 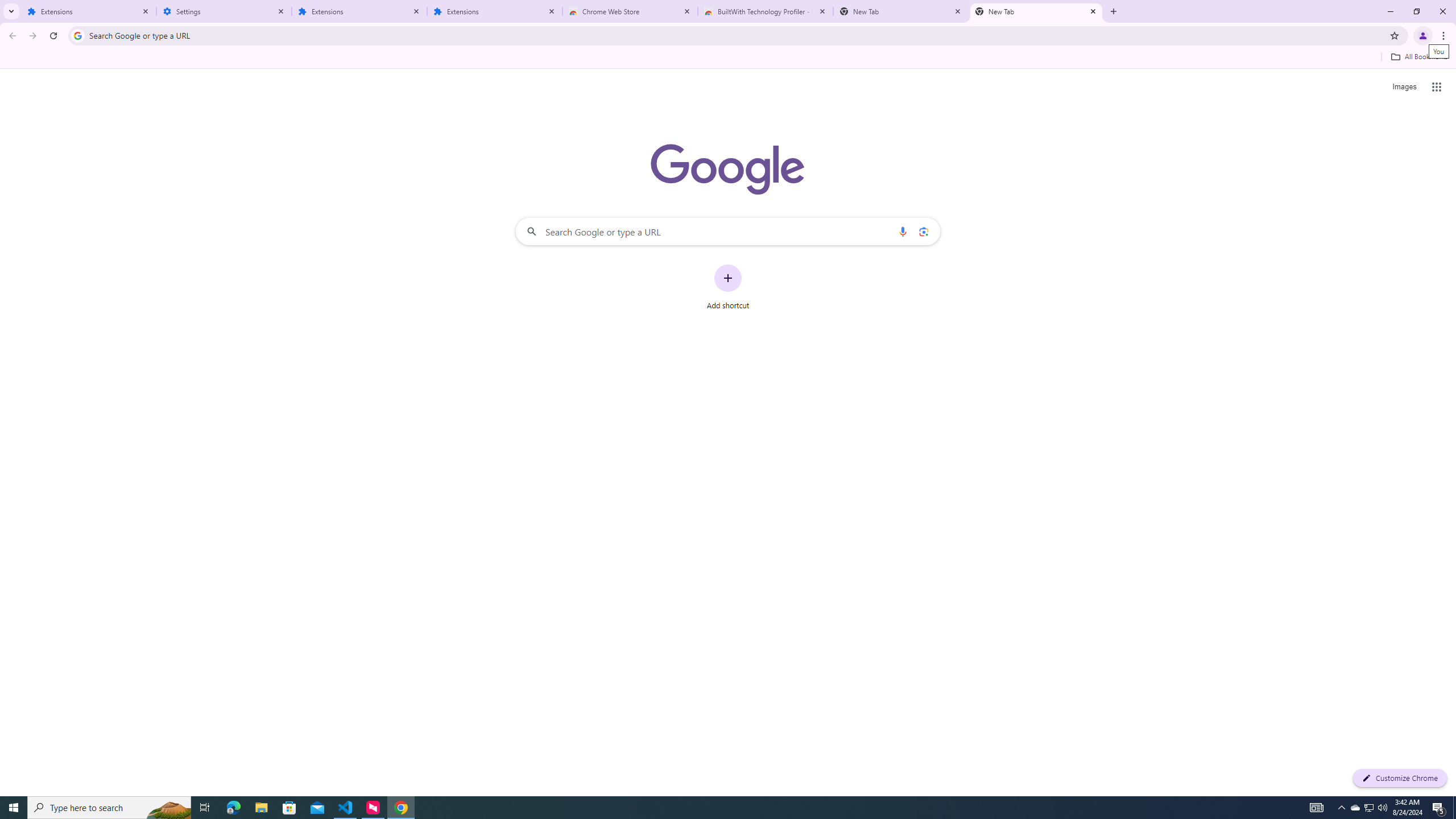 I want to click on 'Settings', so click(x=224, y=11).